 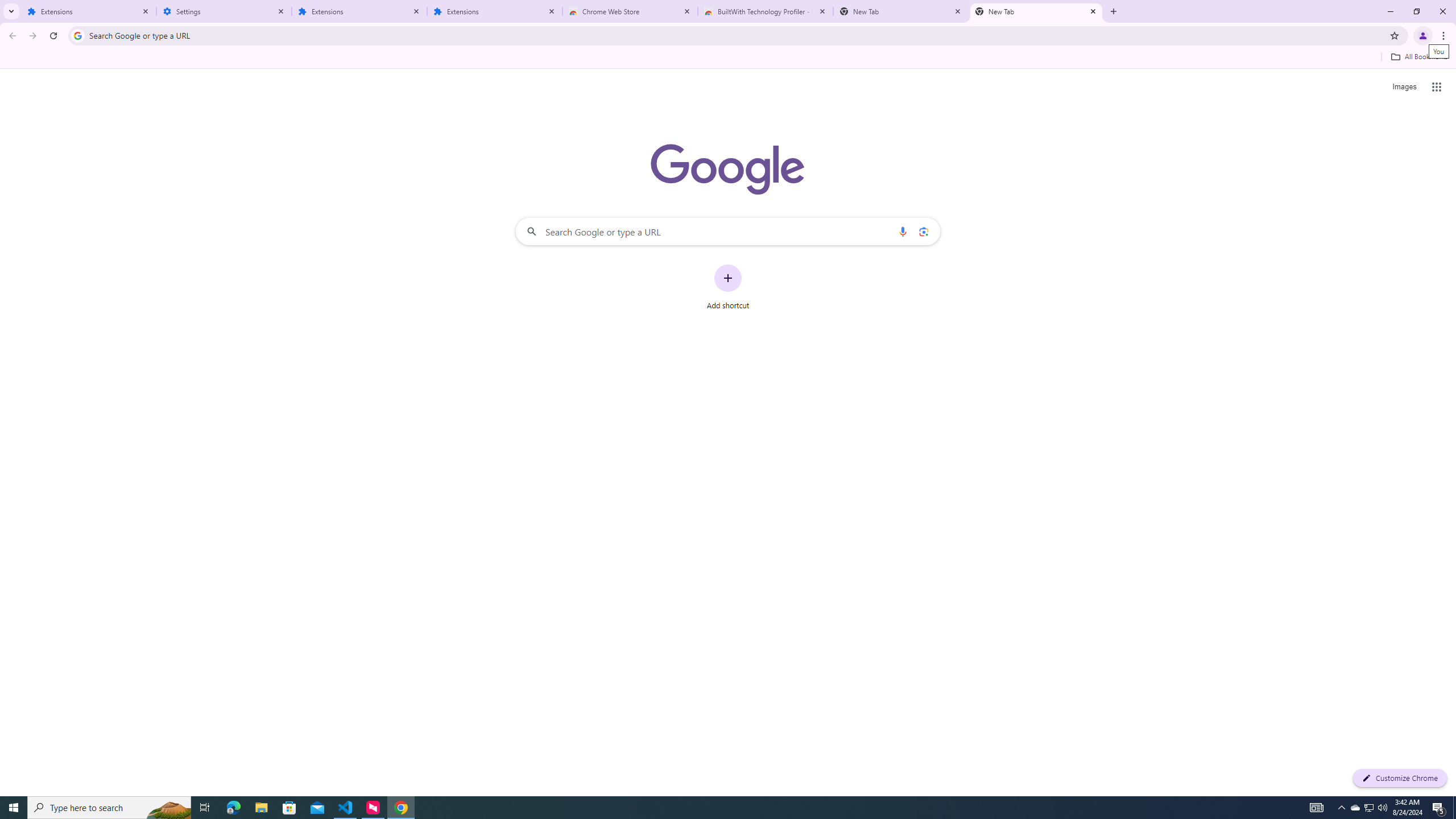 I want to click on 'Settings', so click(x=224, y=11).